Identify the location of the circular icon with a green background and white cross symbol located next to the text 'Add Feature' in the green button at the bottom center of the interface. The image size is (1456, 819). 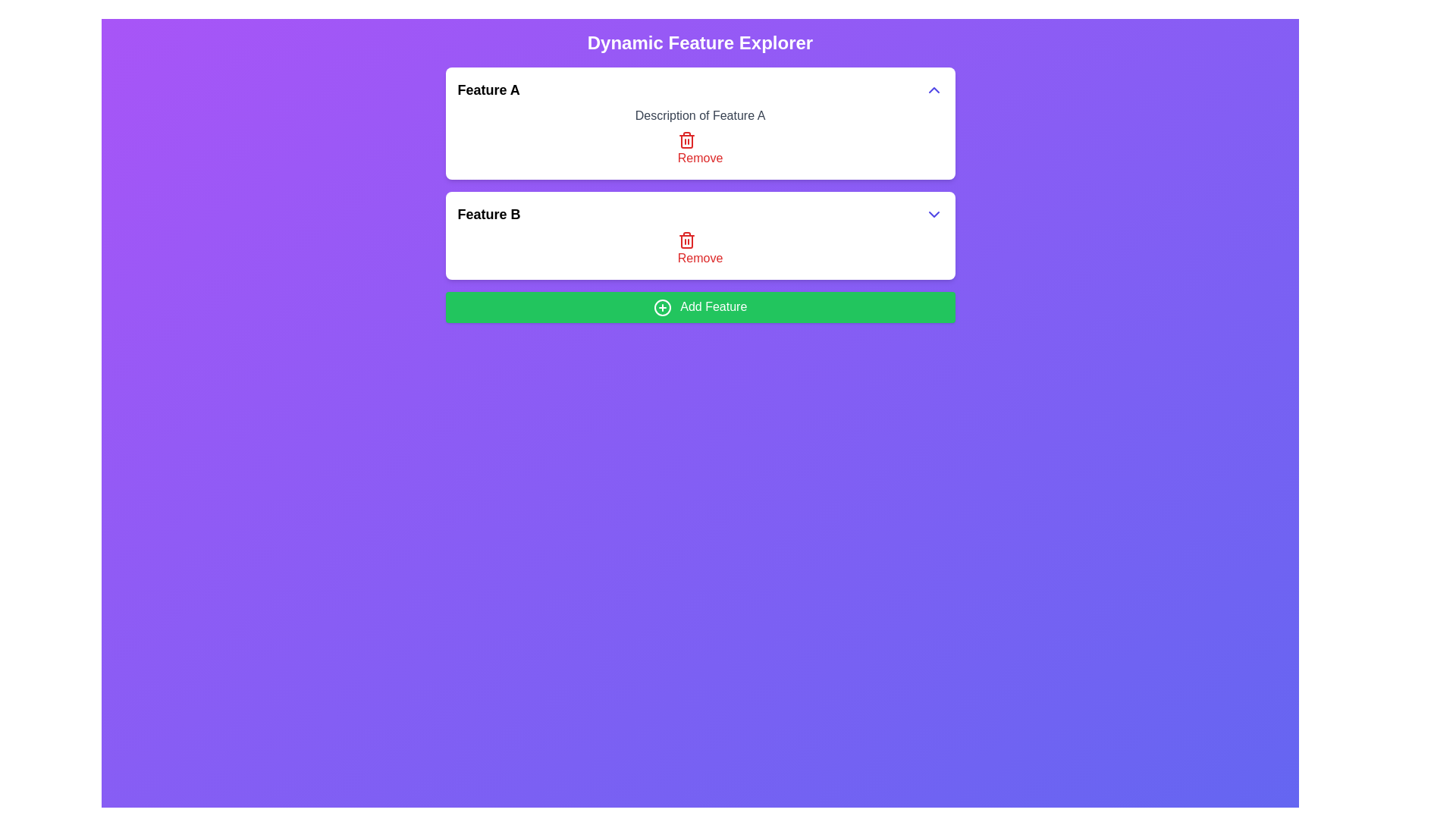
(662, 307).